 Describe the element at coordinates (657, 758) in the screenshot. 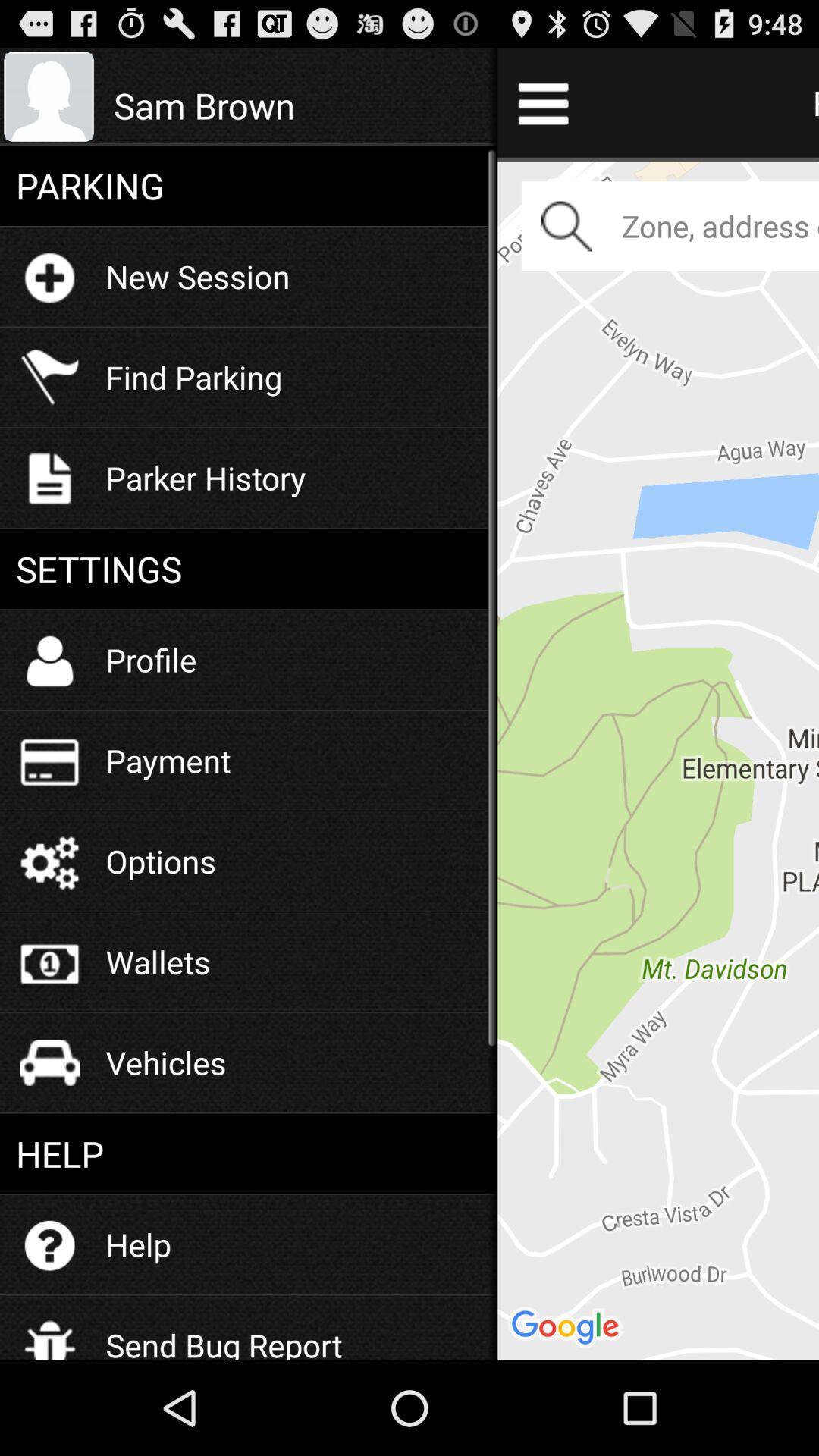

I see `icon to the right of sam` at that location.